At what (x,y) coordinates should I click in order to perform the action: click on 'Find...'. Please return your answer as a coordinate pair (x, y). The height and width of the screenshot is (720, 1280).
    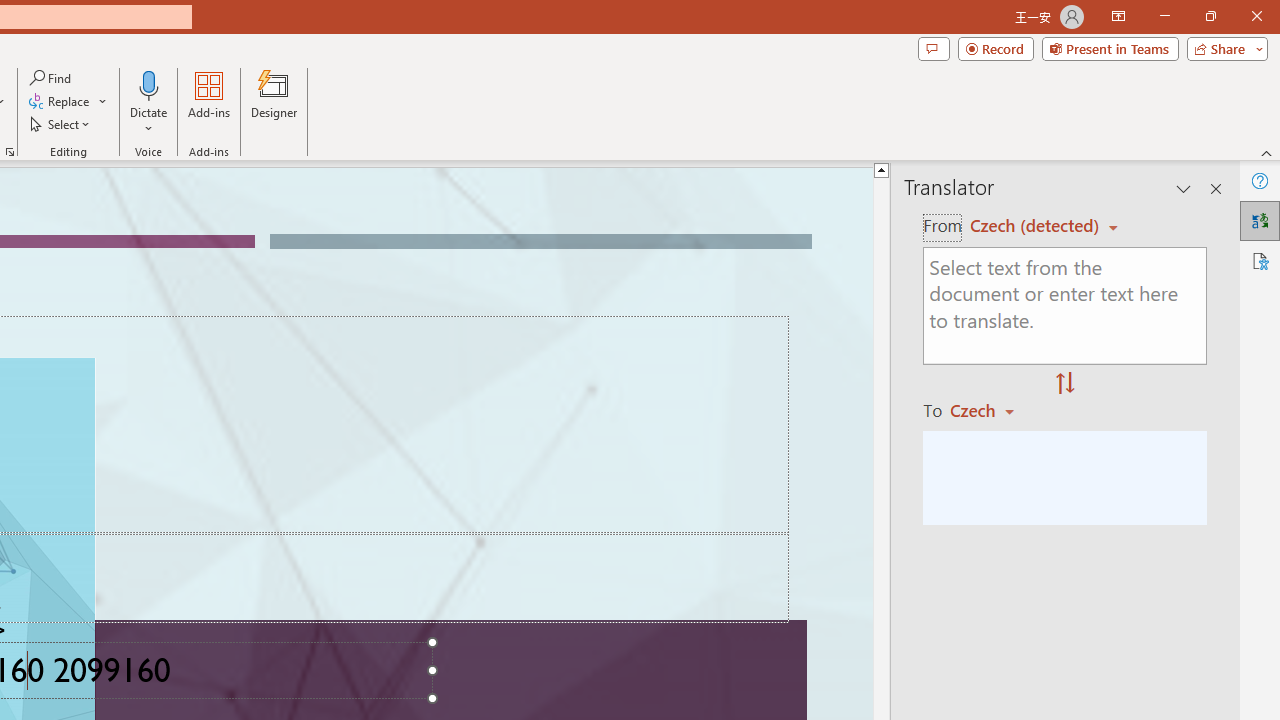
    Looking at the image, I should click on (51, 77).